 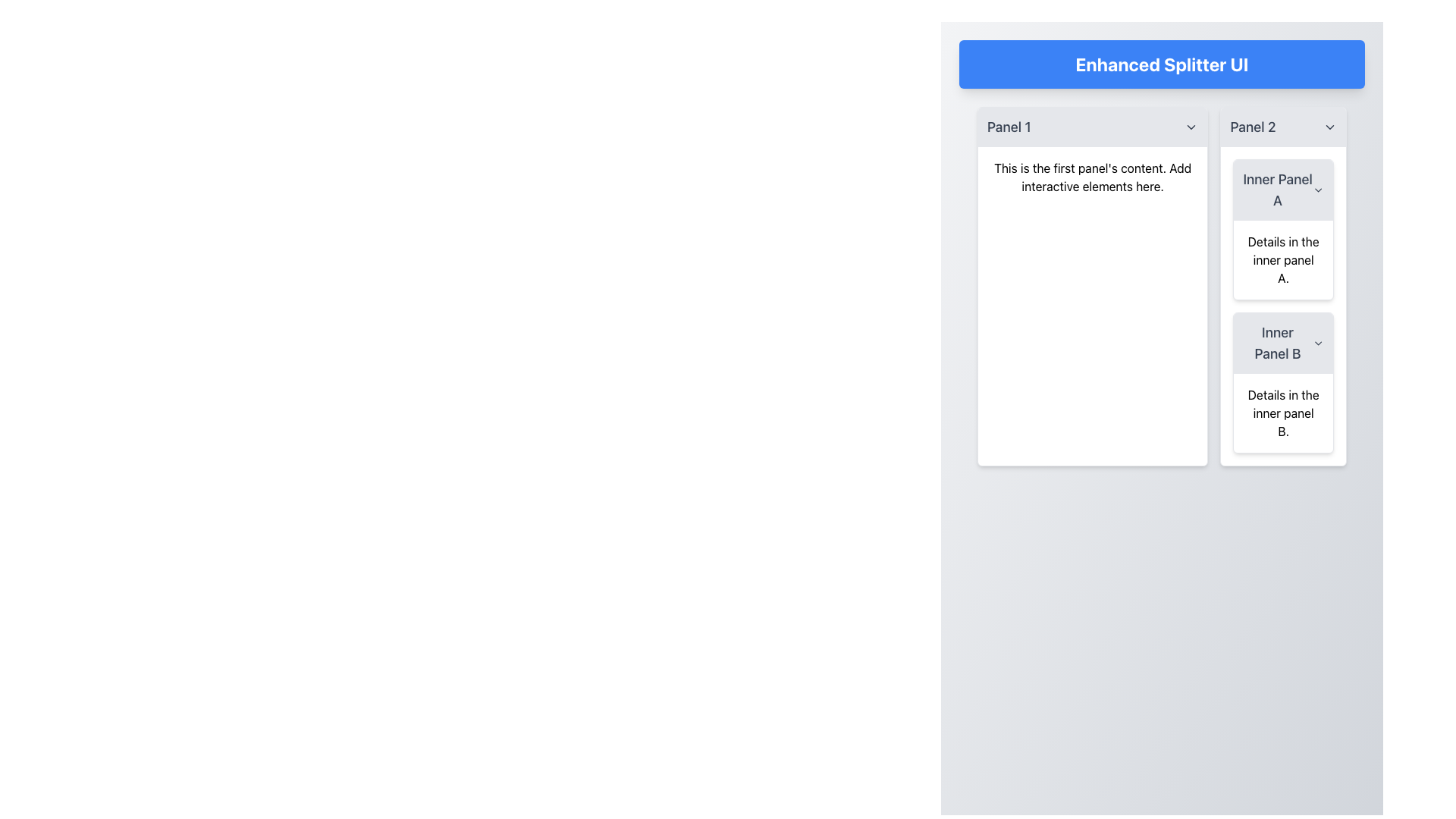 What do you see at coordinates (1161, 63) in the screenshot?
I see `the header element with a blue background and white text reading 'Enhanced Splitter UI'` at bounding box center [1161, 63].